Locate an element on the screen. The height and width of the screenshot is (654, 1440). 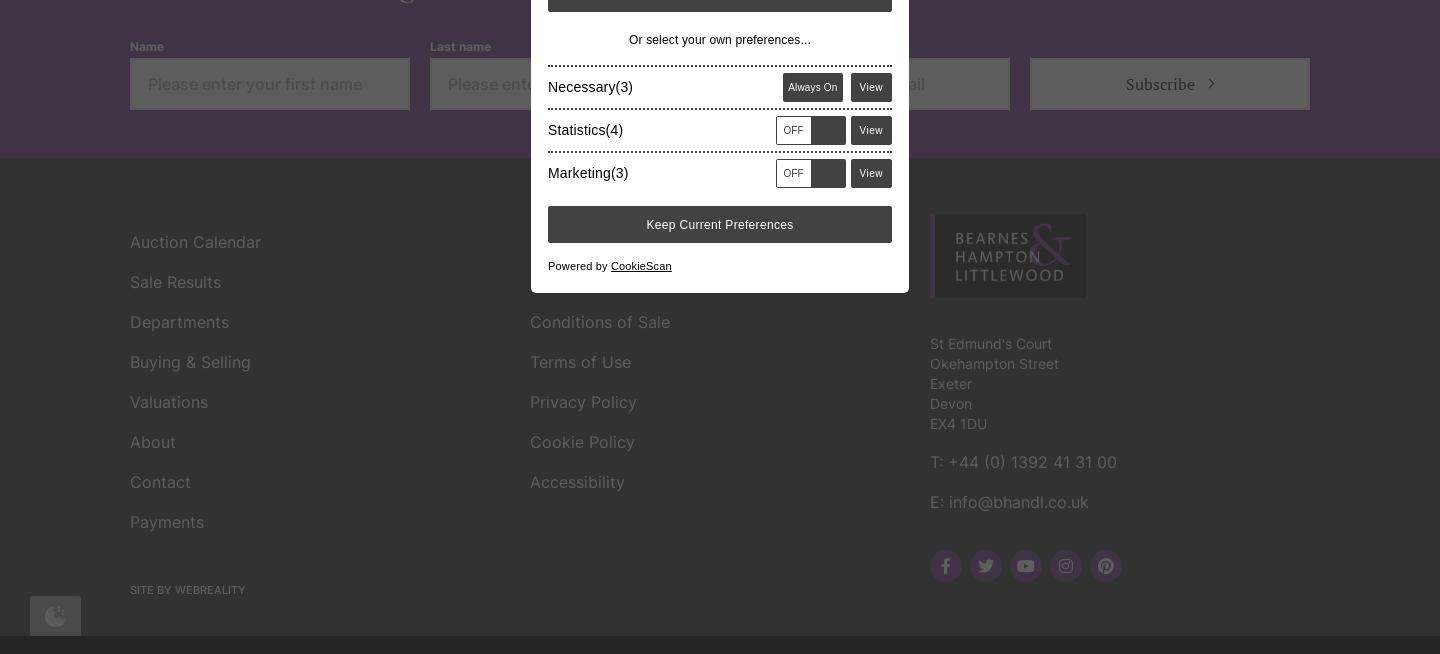
'Privacy Policy' is located at coordinates (529, 112).